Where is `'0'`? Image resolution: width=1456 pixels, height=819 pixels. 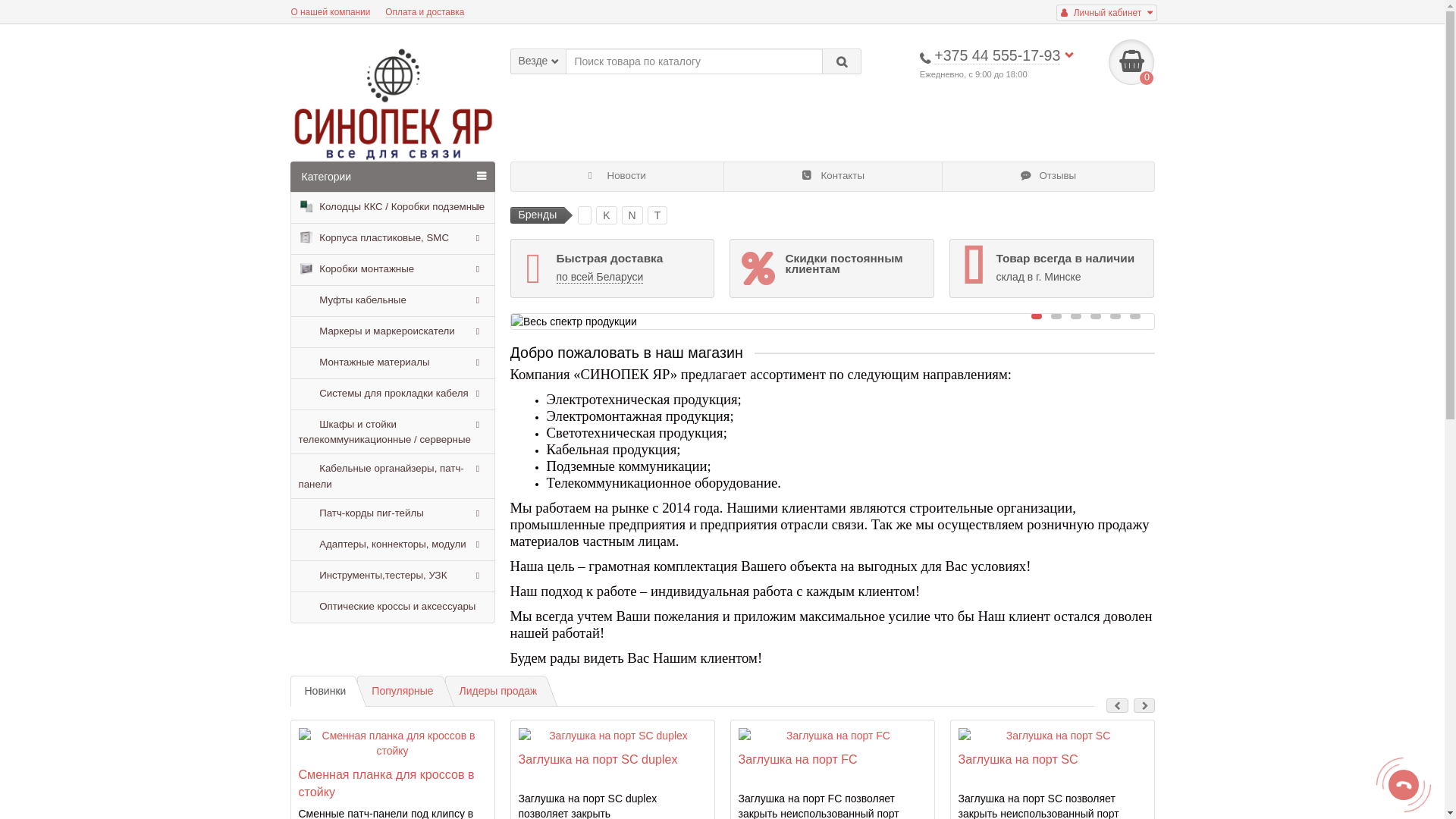 '0' is located at coordinates (1131, 61).